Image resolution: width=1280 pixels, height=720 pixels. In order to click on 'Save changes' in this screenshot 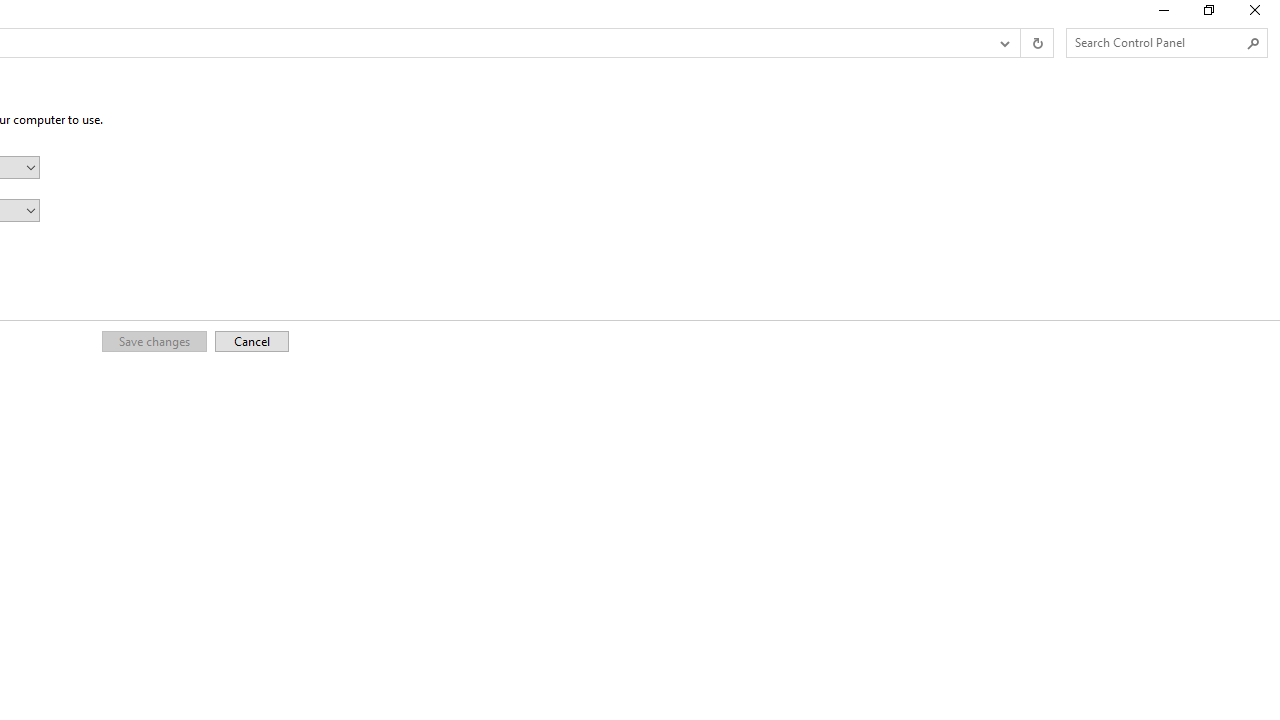, I will do `click(153, 340)`.